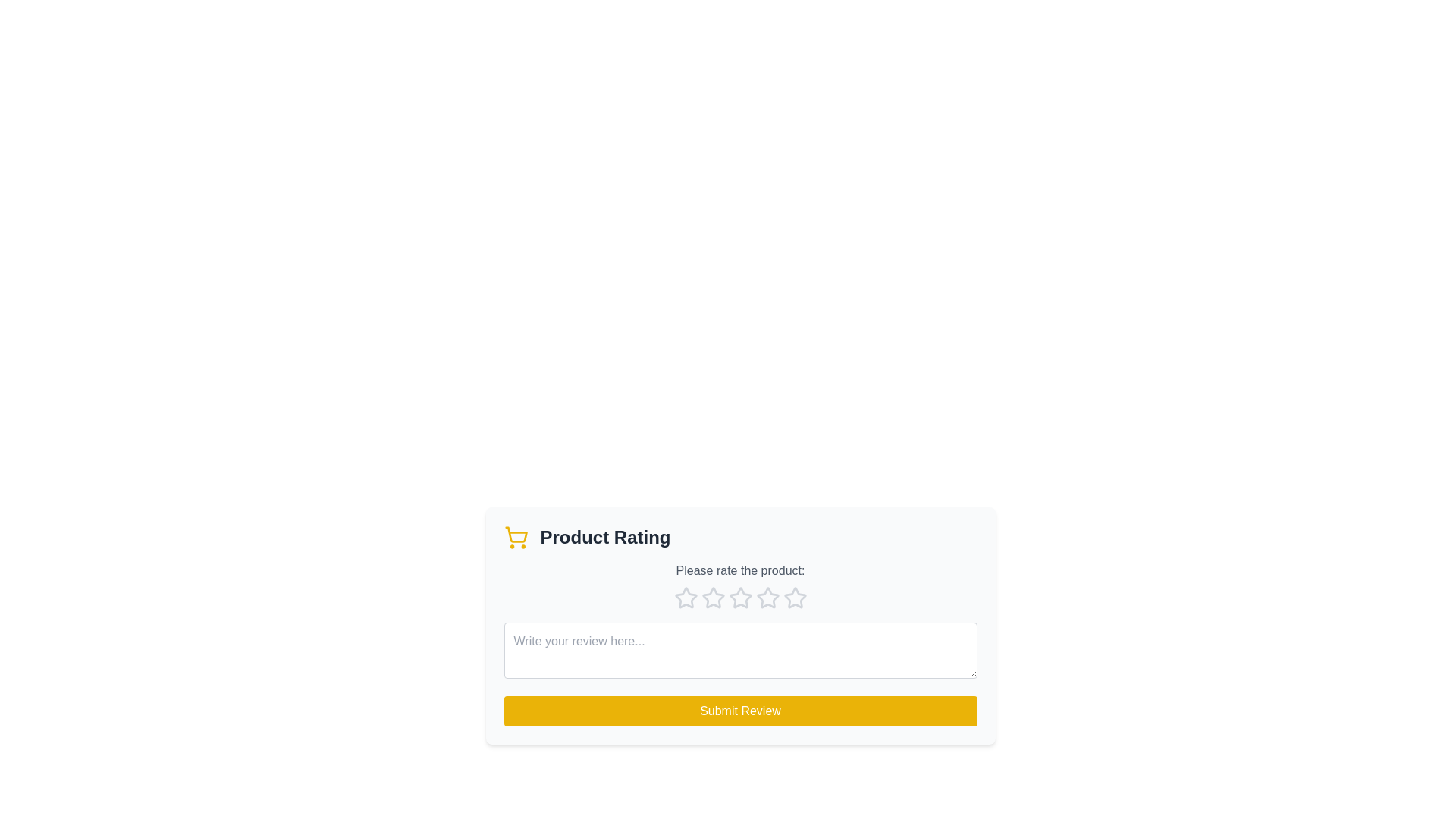  I want to click on the main body shape of the shopping cart icon located in the 'Product Rating' section, so click(516, 534).